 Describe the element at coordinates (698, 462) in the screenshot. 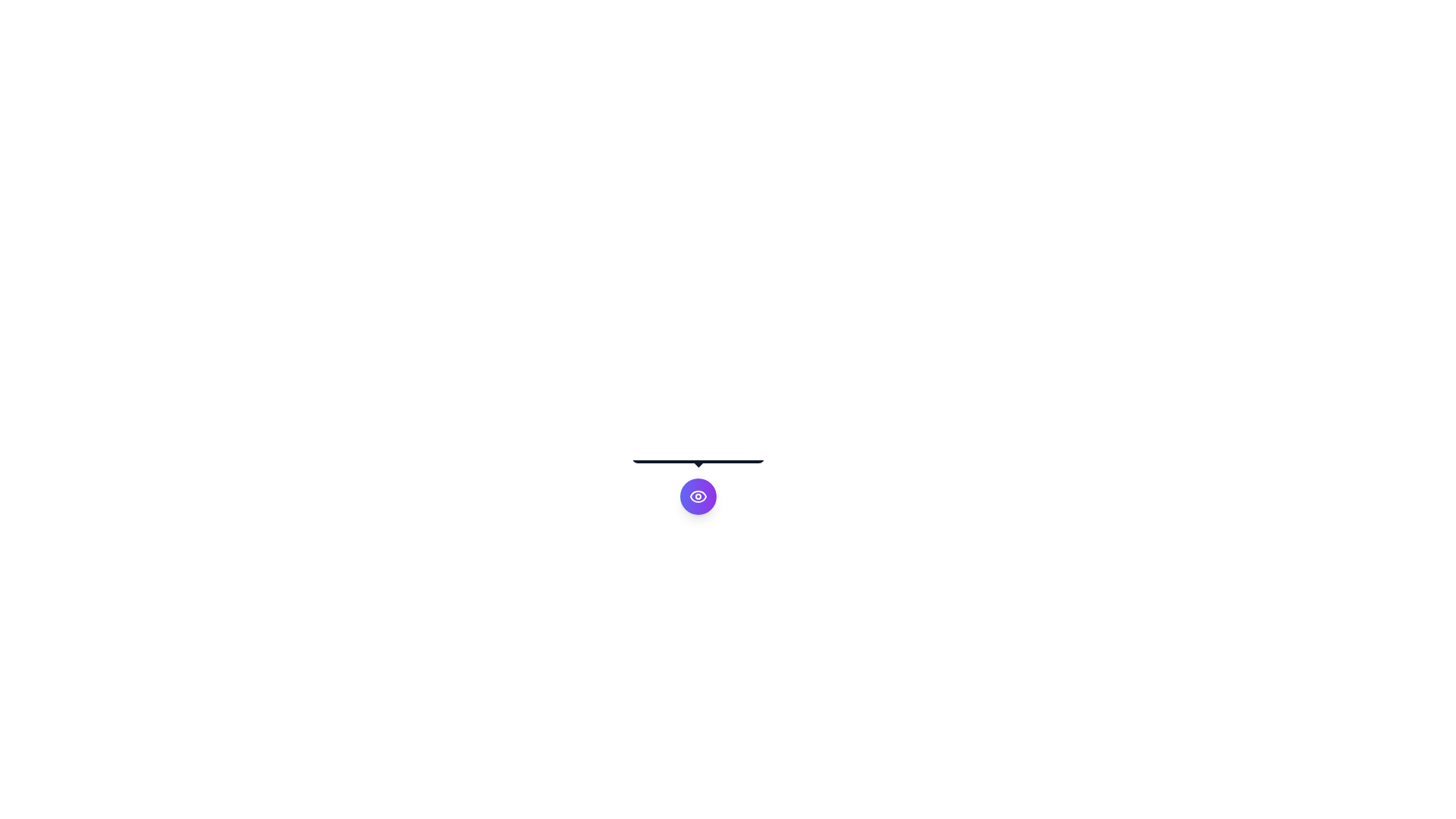

I see `the Tooltip pointer, which visually connects the tooltip containing the text 'Press ⌘/` at that location.